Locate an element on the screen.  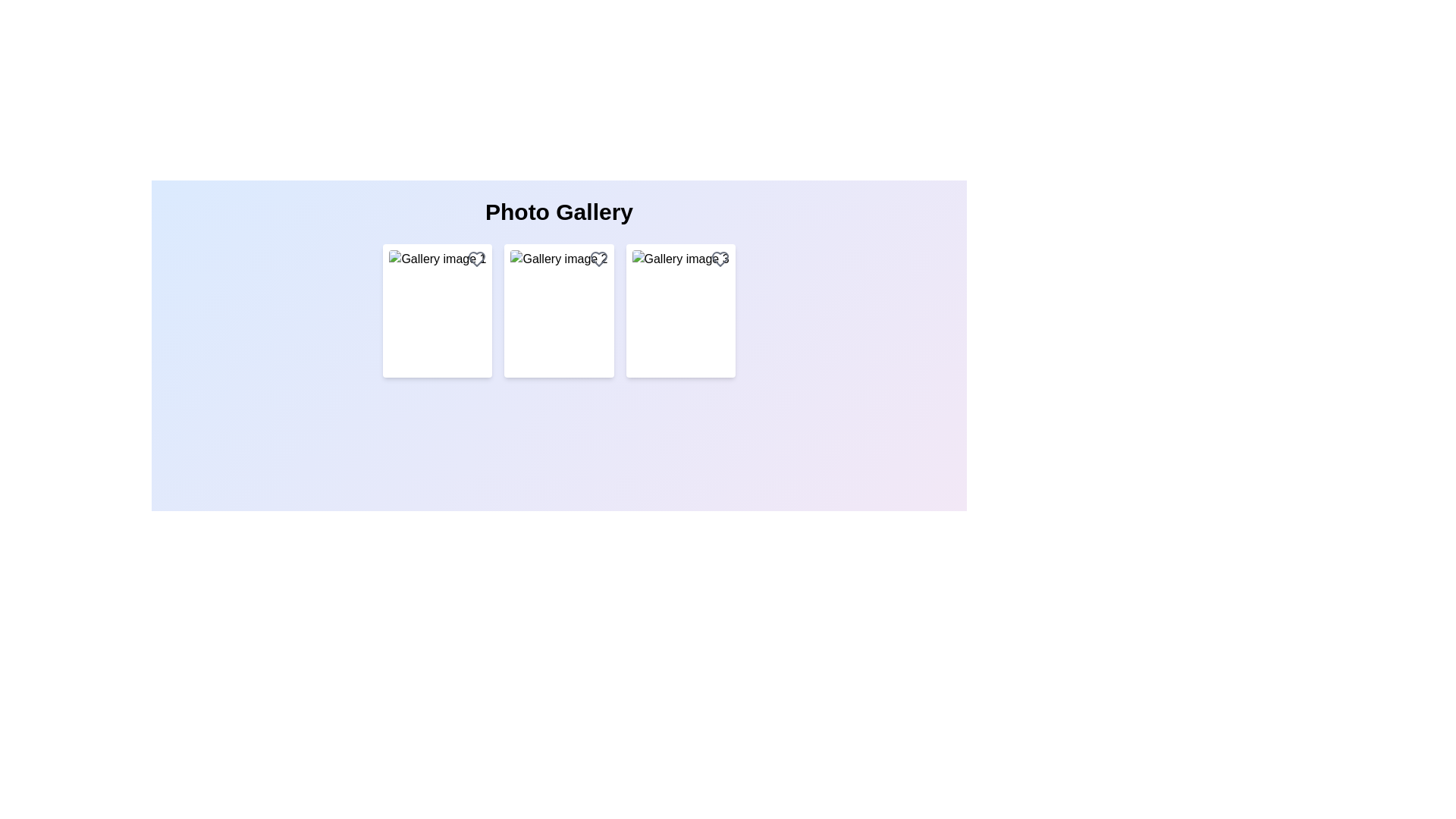
the 'like' icon in the top-right corner of the second card in the gallery is located at coordinates (598, 259).